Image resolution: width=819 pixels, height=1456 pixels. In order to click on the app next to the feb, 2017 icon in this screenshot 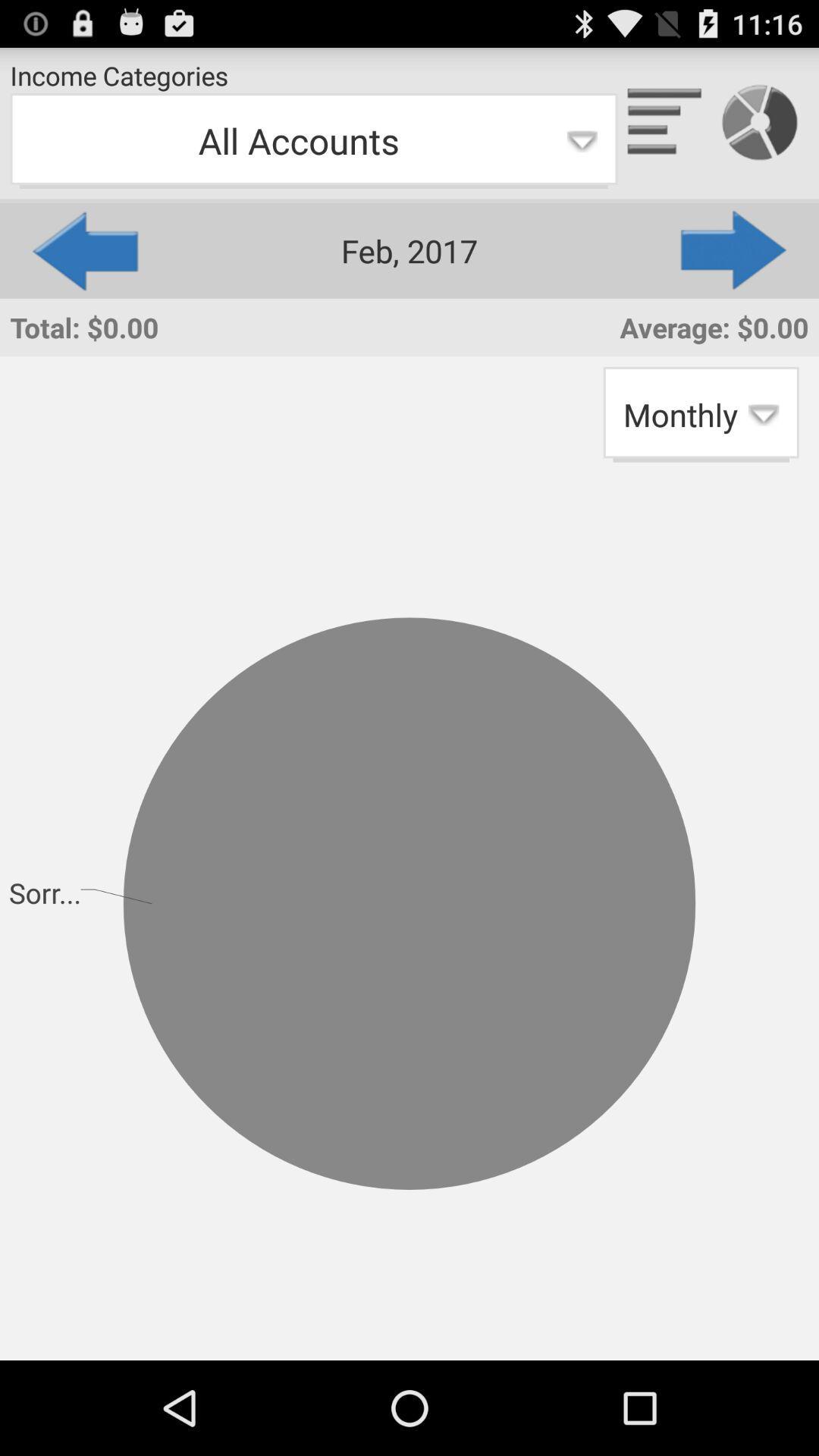, I will do `click(83, 250)`.